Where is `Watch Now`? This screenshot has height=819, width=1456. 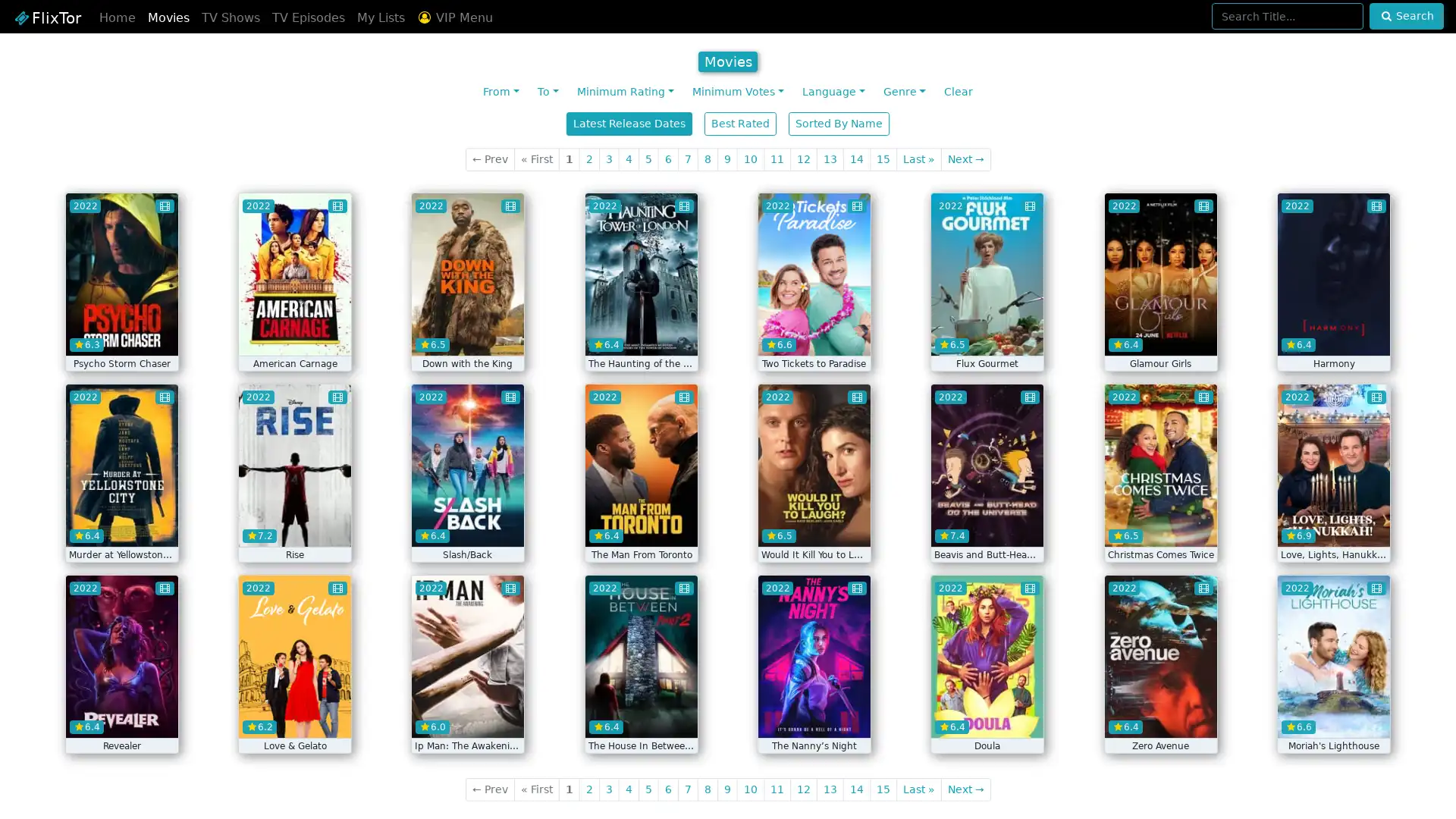
Watch Now is located at coordinates (120, 332).